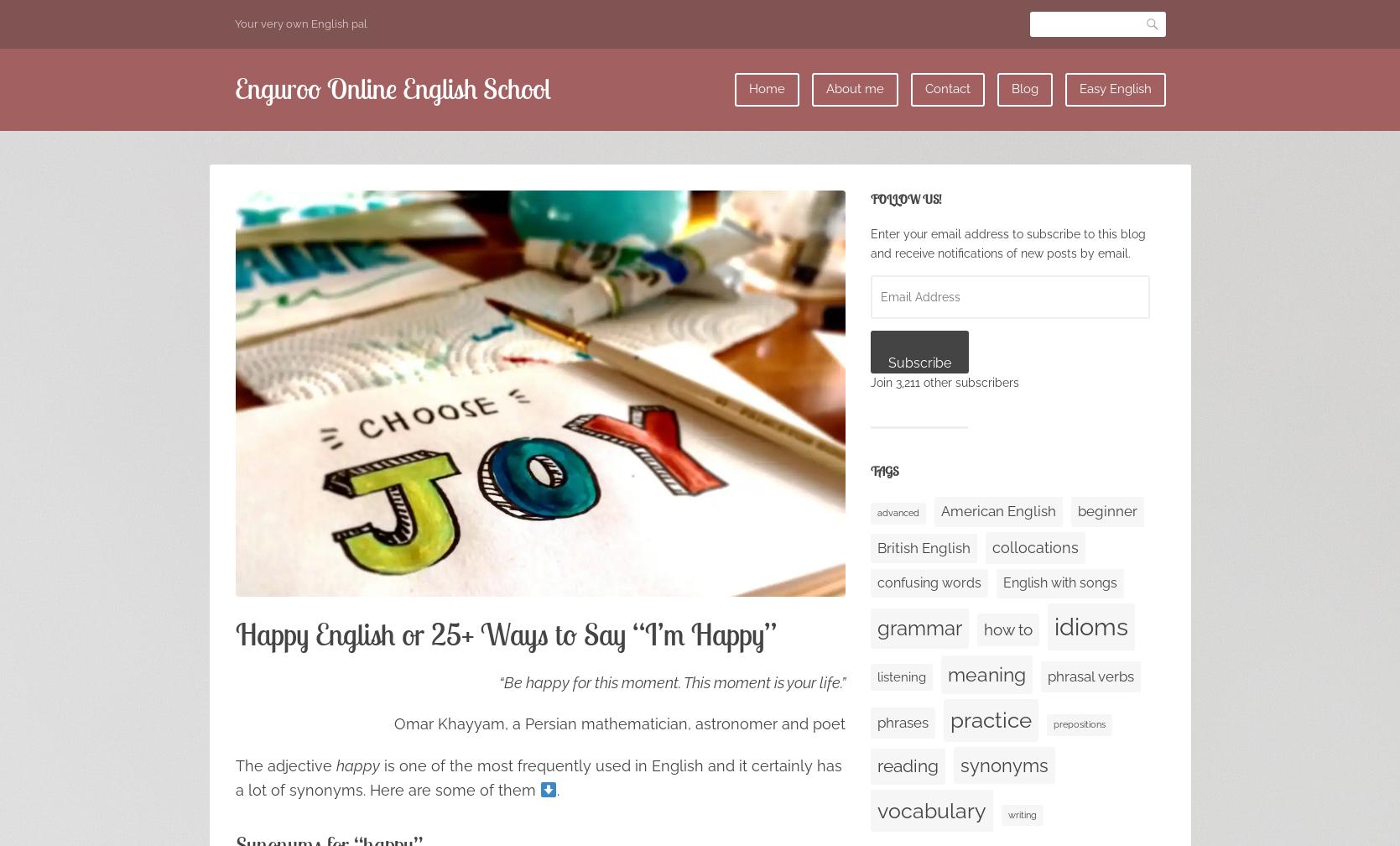 Image resolution: width=1400 pixels, height=846 pixels. I want to click on 'idioms', so click(1089, 625).